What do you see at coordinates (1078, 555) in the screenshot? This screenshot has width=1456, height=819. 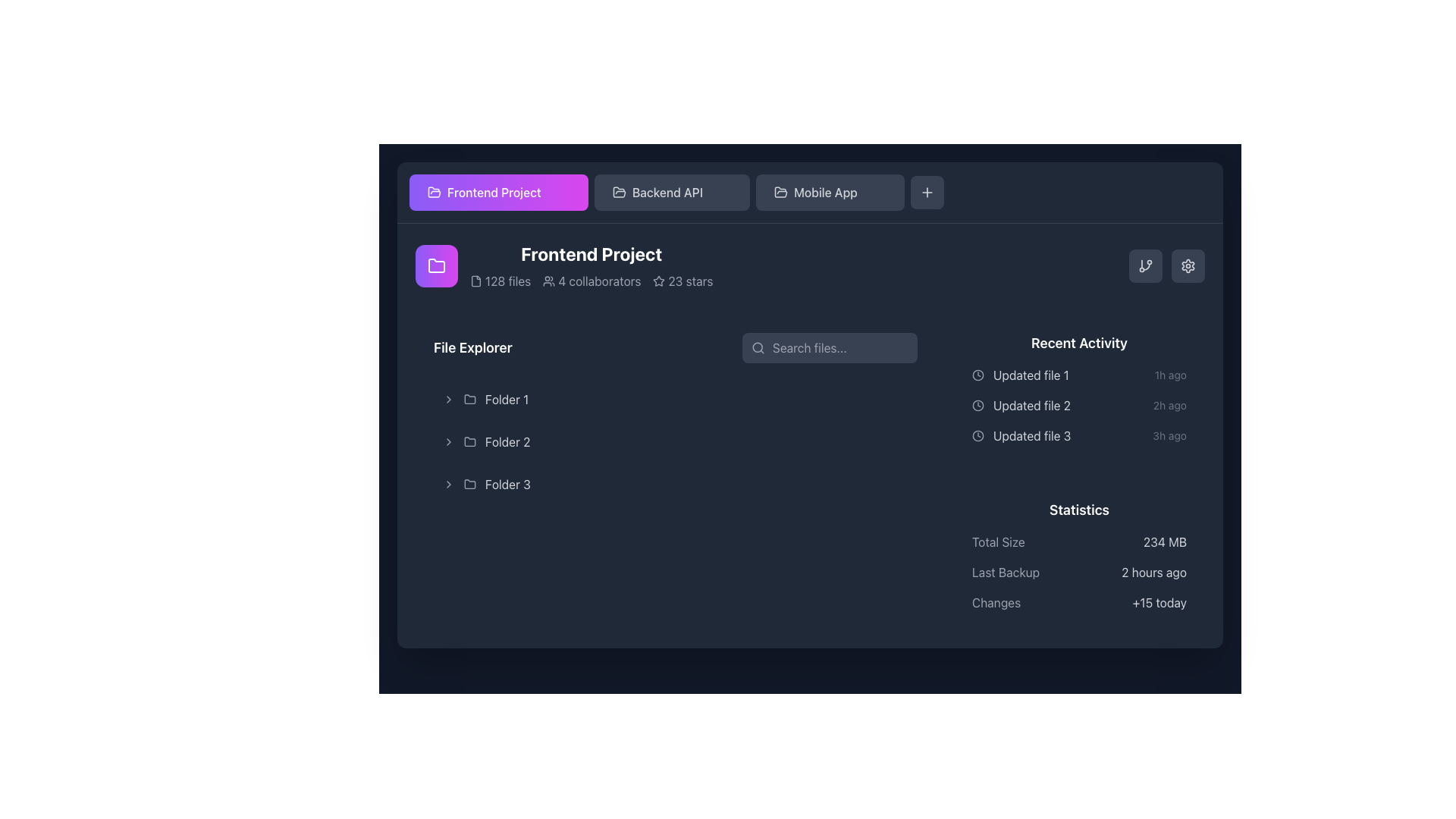 I see `the 'Statistics' informational panel located at the bottom right of the interface, which displays details such as 'Total Size: 234 MB', 'Last Backup: 2 hours ago', and 'Changes: +15 today'` at bounding box center [1078, 555].